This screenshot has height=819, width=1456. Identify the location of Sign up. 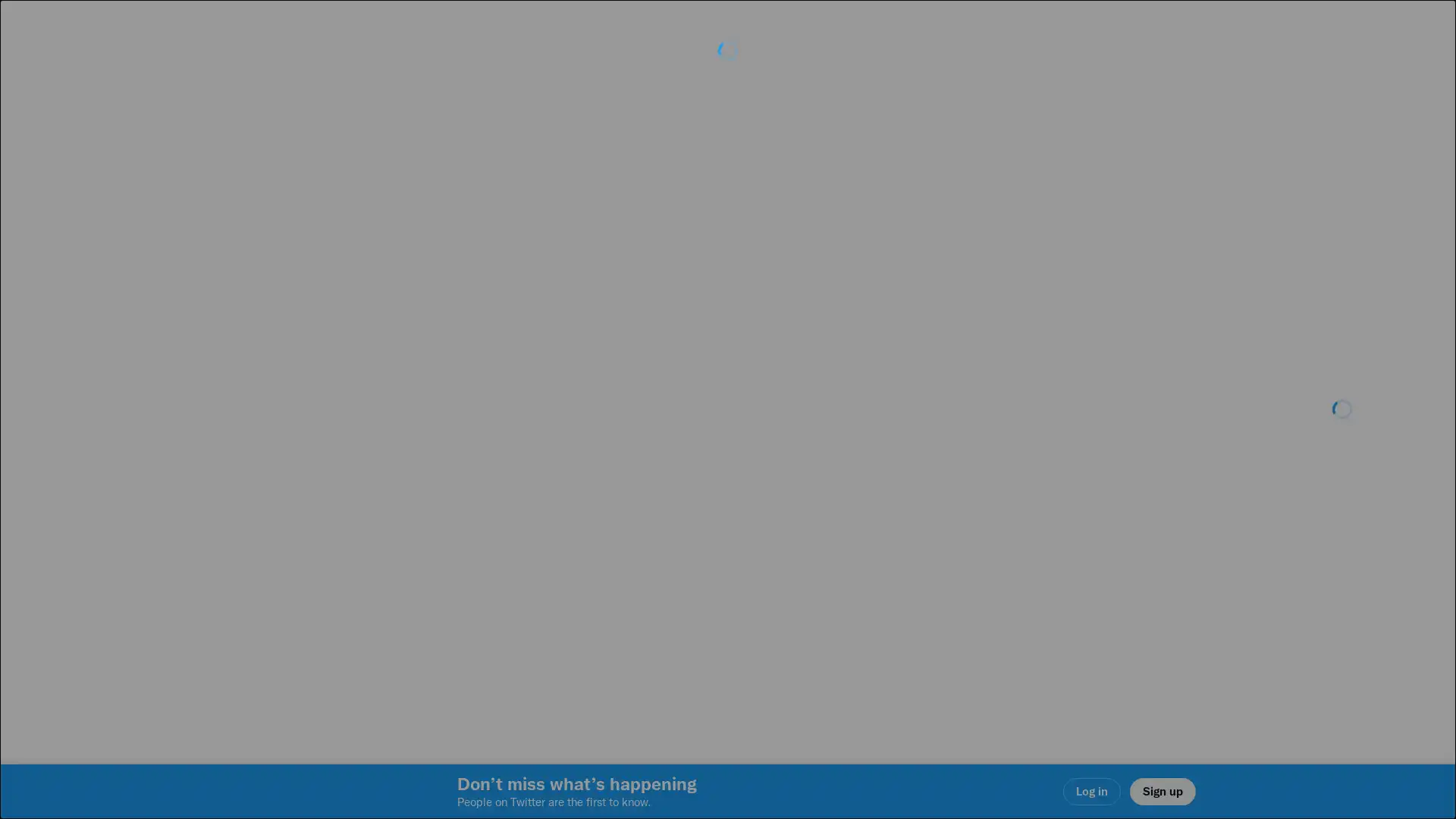
(548, 516).